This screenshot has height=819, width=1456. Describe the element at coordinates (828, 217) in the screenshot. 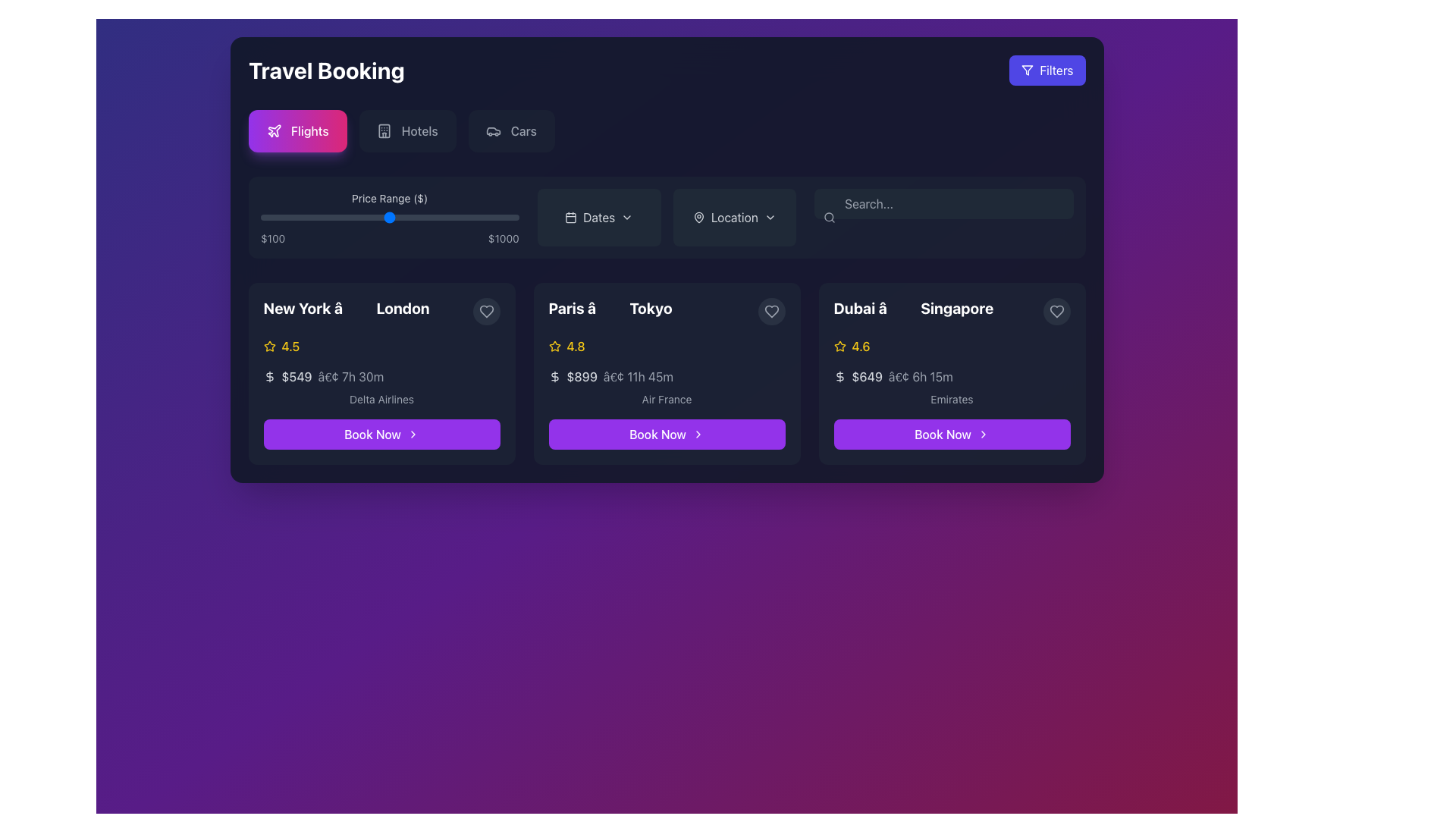

I see `the circular part of the magnifying glass icon within the search bar at the top-right of the flight booking options panel, indicating its use for search functionality` at that location.